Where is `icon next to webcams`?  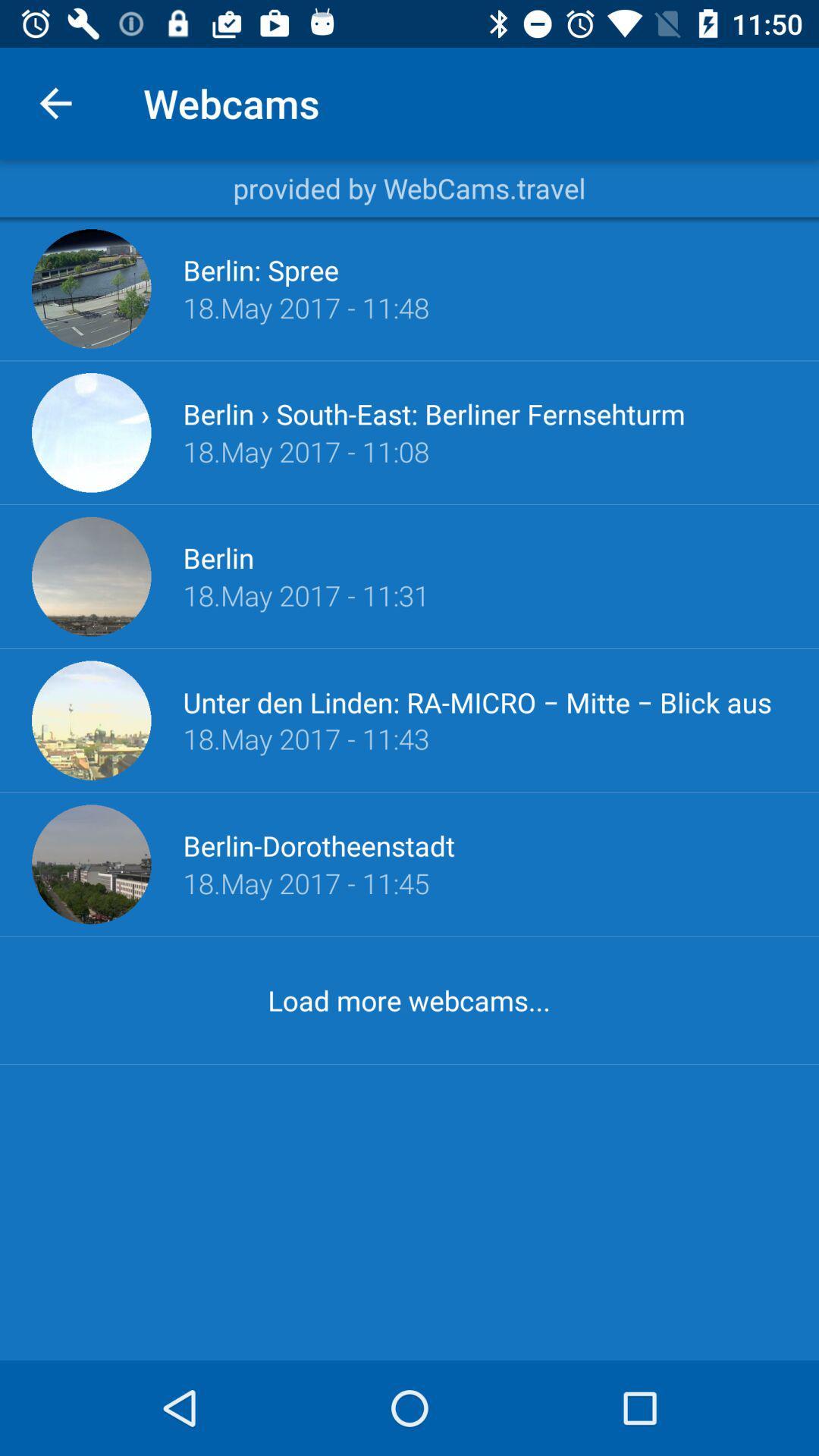 icon next to webcams is located at coordinates (55, 102).